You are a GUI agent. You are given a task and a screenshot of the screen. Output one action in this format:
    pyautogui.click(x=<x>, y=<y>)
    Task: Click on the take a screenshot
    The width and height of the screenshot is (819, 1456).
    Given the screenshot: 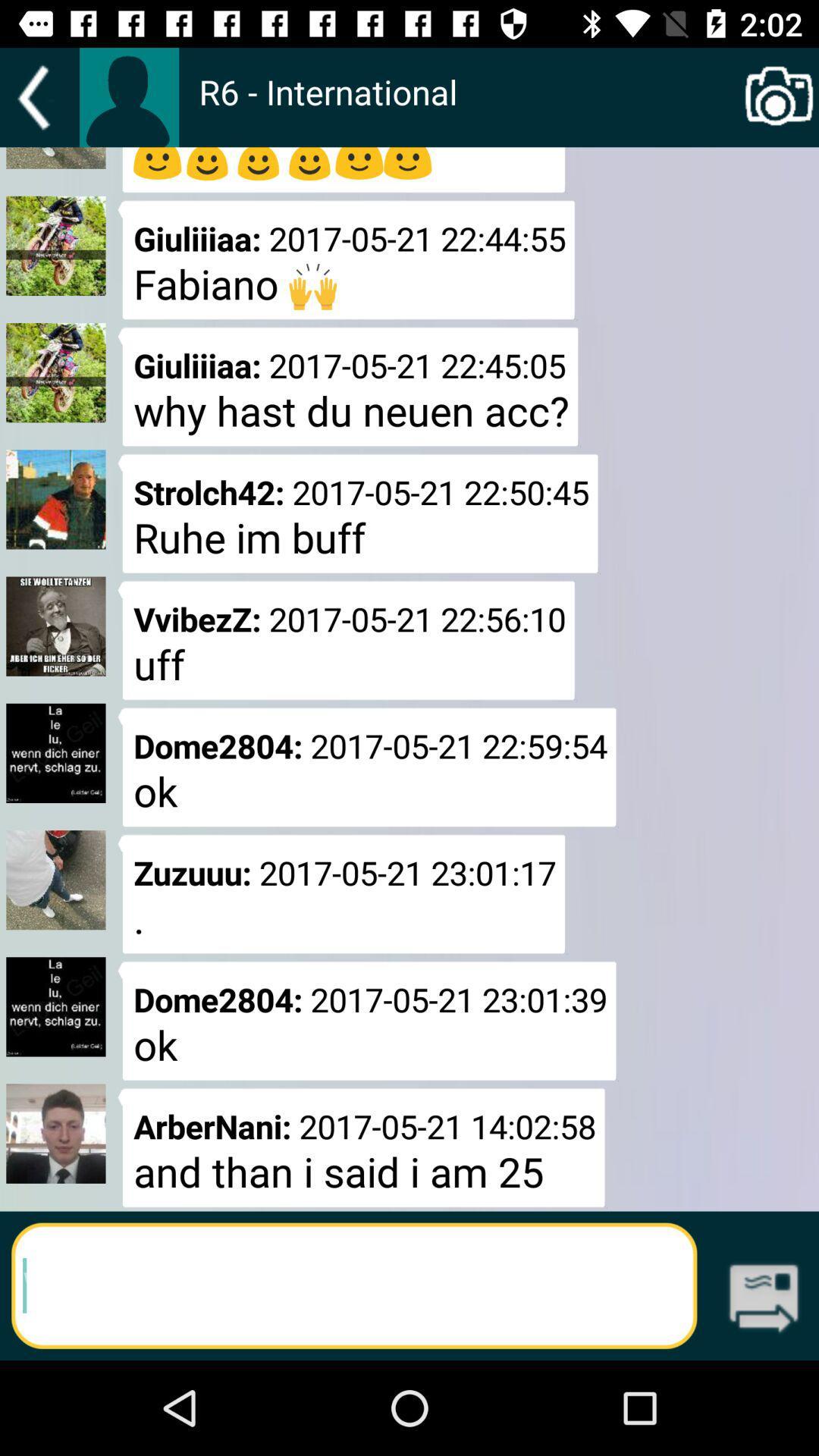 What is the action you would take?
    pyautogui.click(x=779, y=97)
    